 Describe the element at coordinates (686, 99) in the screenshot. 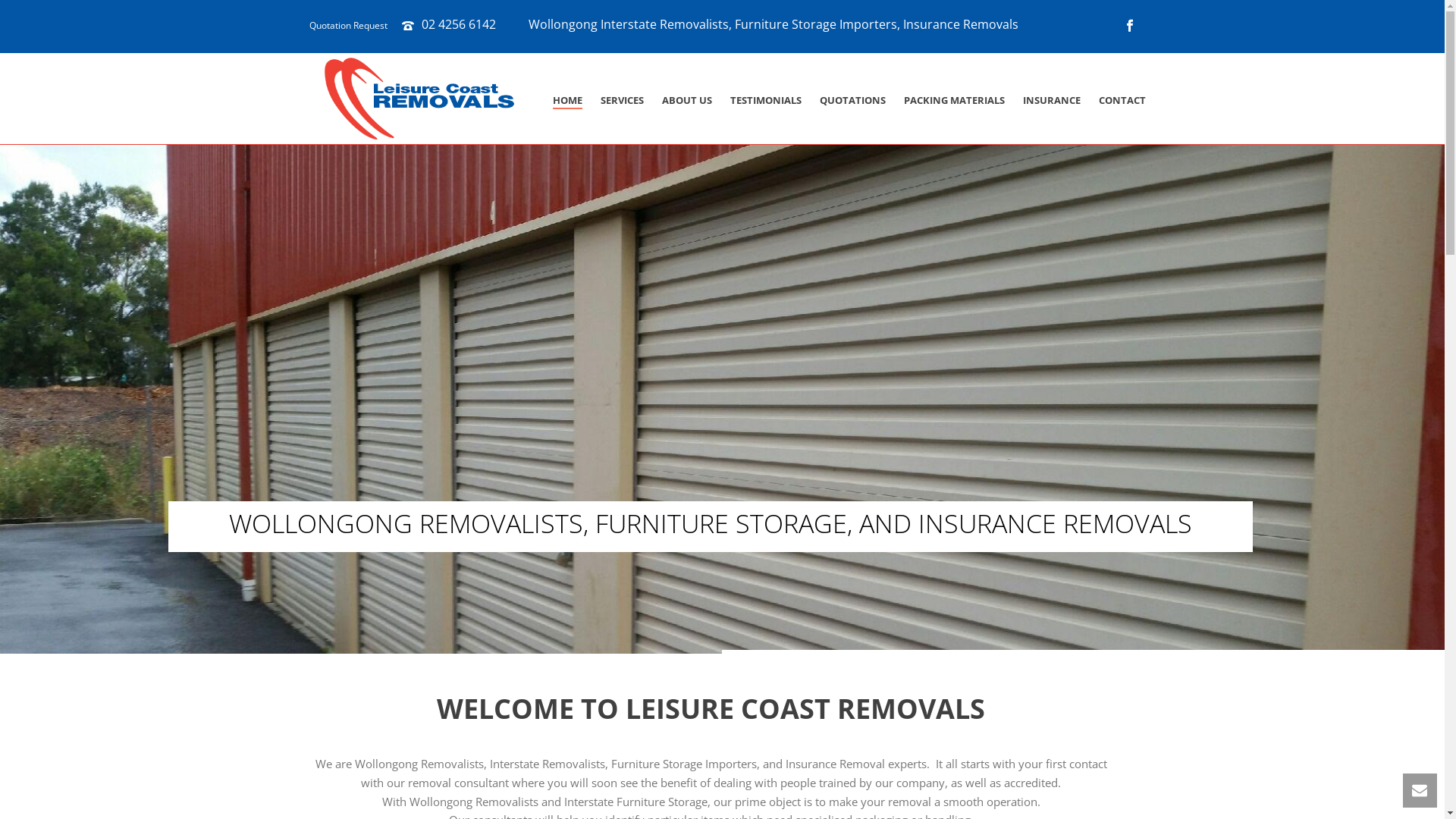

I see `'ABOUT US'` at that location.